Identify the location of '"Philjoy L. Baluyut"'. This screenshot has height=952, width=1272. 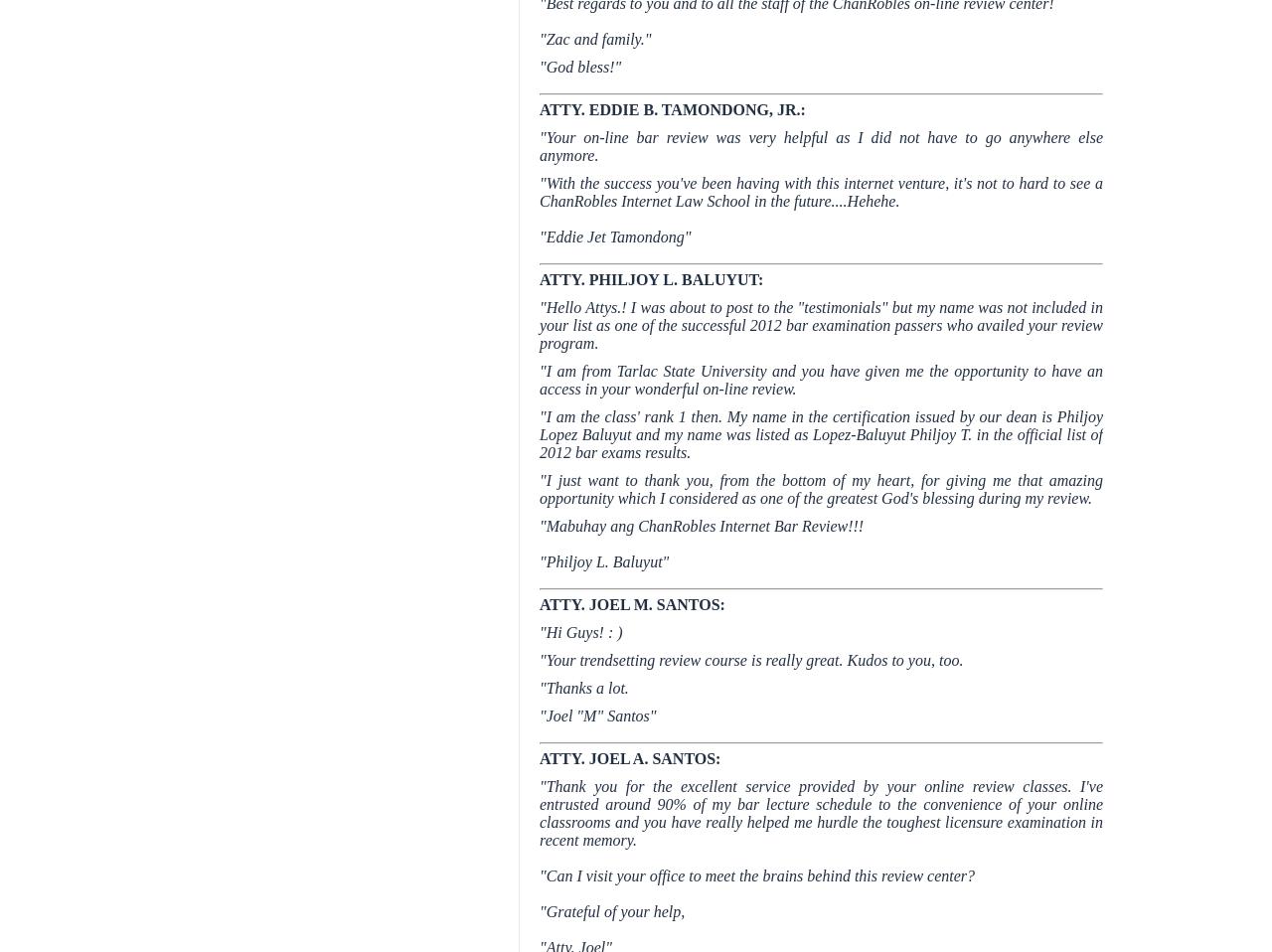
(603, 561).